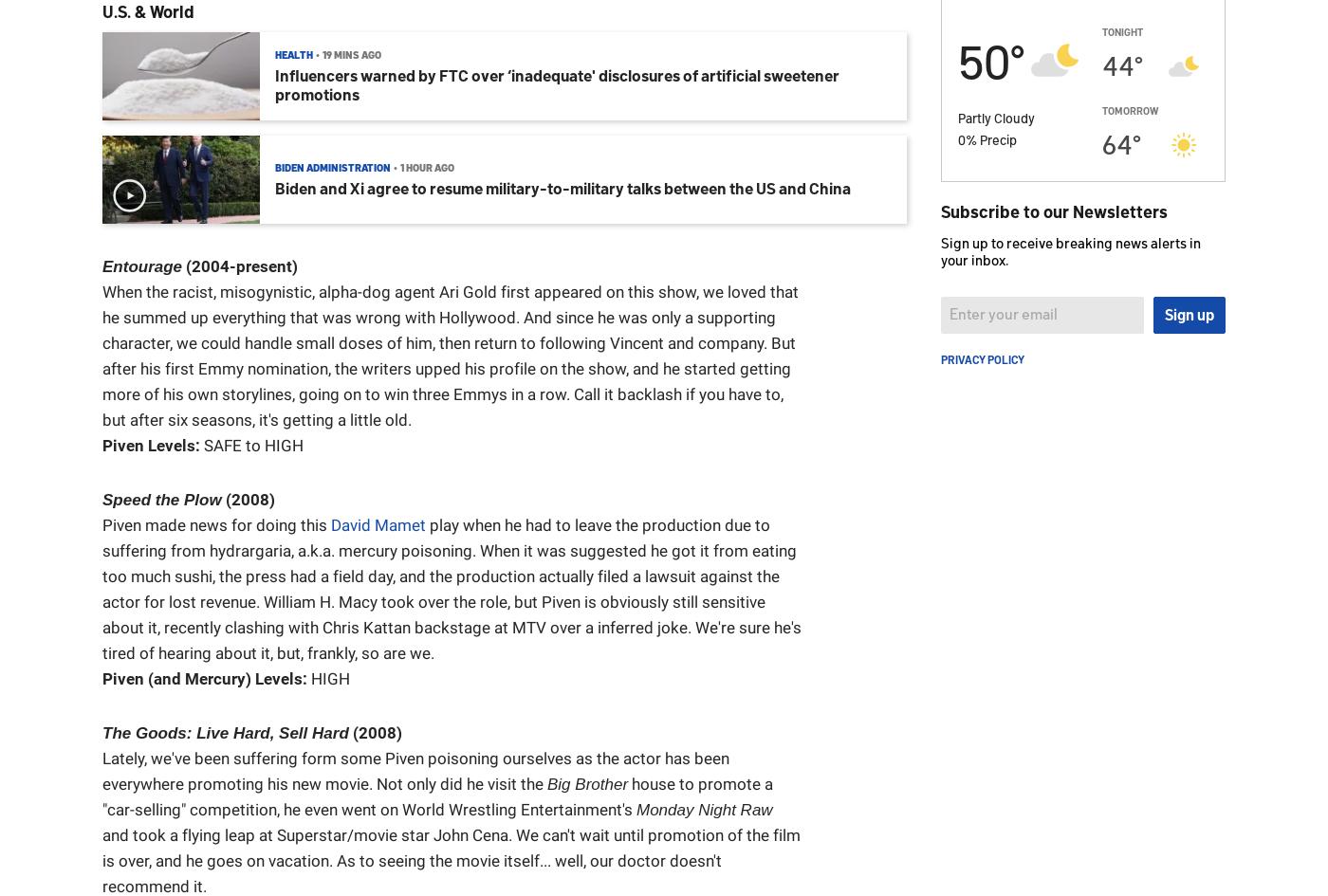 This screenshot has height=896, width=1328. I want to click on 'Influencers warned by FTC over ‘inadequate' disclosures of artificial sweetener promotions', so click(274, 82).